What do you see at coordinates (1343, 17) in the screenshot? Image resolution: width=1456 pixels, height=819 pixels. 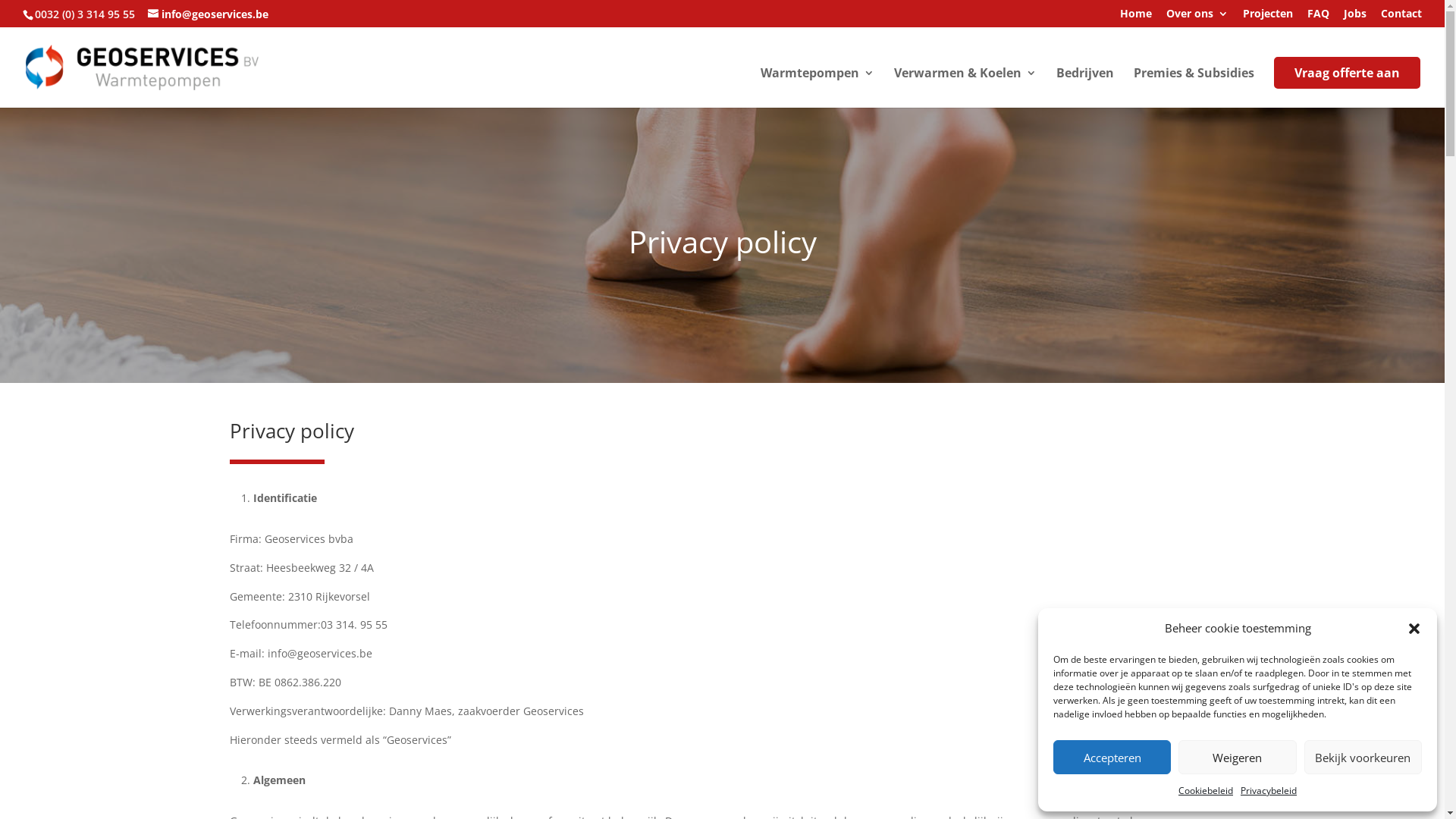 I see `'Jobs'` at bounding box center [1343, 17].